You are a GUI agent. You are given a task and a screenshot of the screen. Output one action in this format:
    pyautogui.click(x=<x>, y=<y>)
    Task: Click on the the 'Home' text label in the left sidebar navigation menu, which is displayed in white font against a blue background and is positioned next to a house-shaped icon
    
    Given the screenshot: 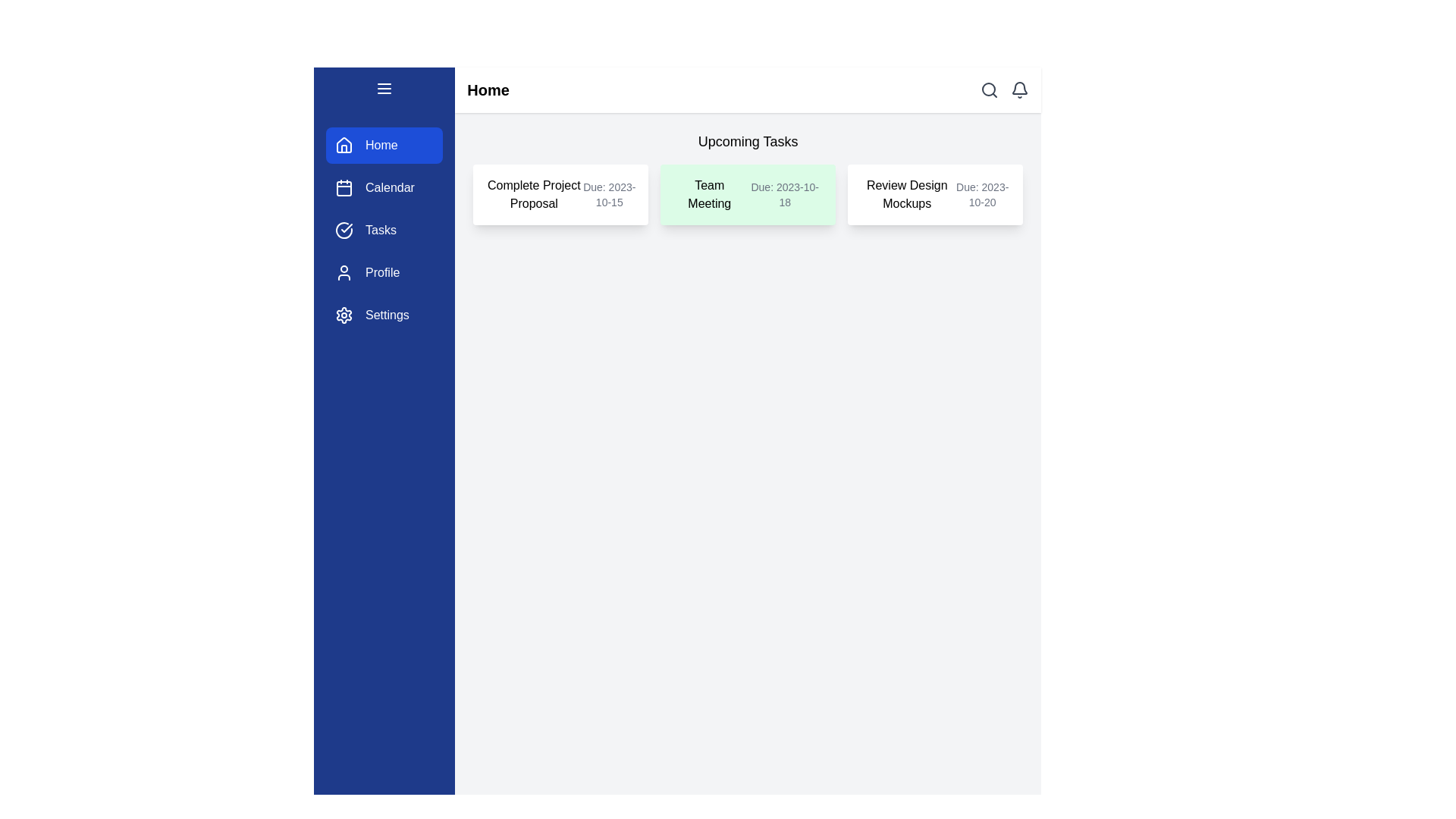 What is the action you would take?
    pyautogui.click(x=381, y=146)
    